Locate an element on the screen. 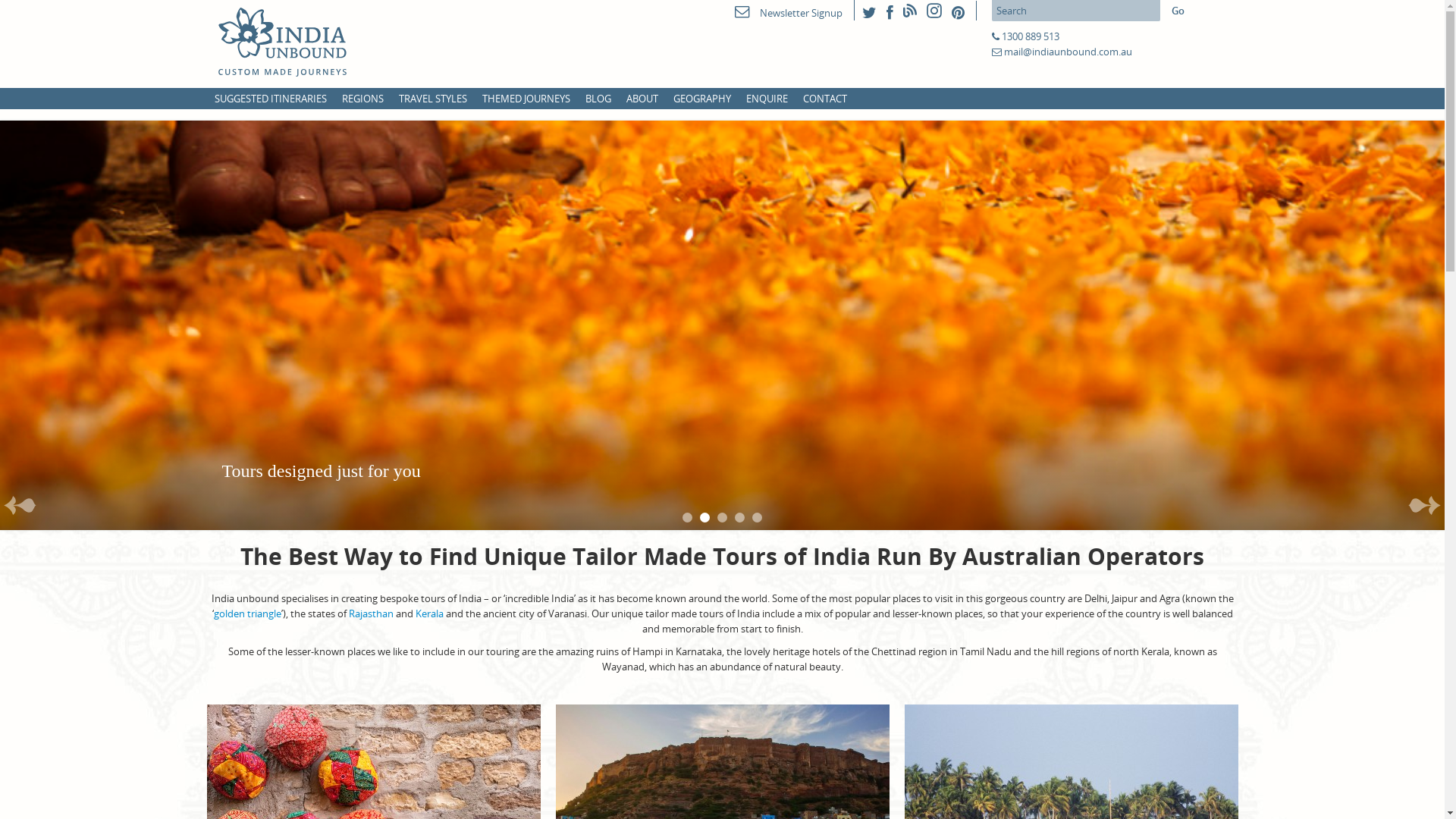 Image resolution: width=1456 pixels, height=819 pixels. 'ENQUIRE' is located at coordinates (767, 99).